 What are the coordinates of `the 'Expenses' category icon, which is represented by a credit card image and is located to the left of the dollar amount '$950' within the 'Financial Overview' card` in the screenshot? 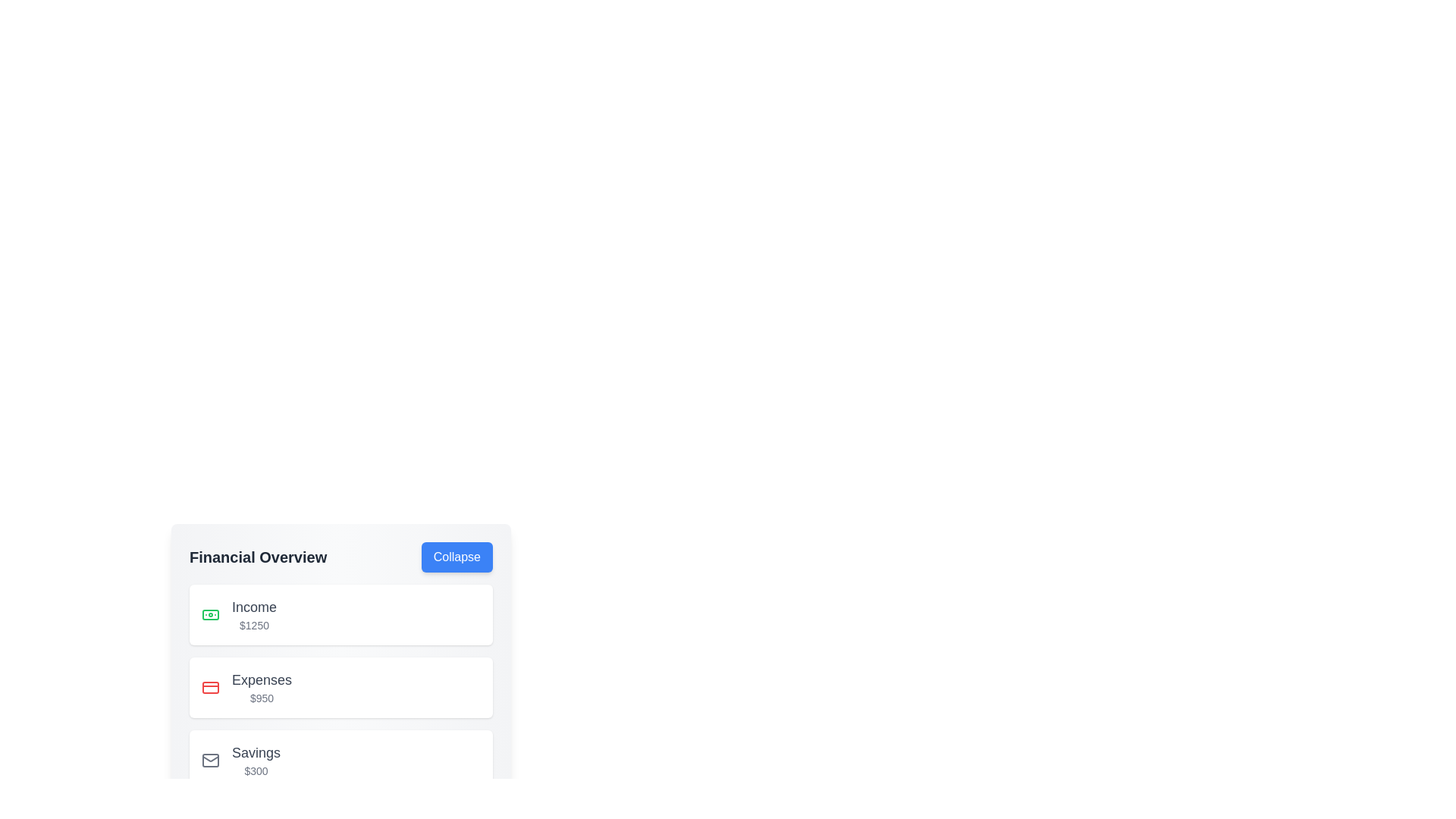 It's located at (210, 687).